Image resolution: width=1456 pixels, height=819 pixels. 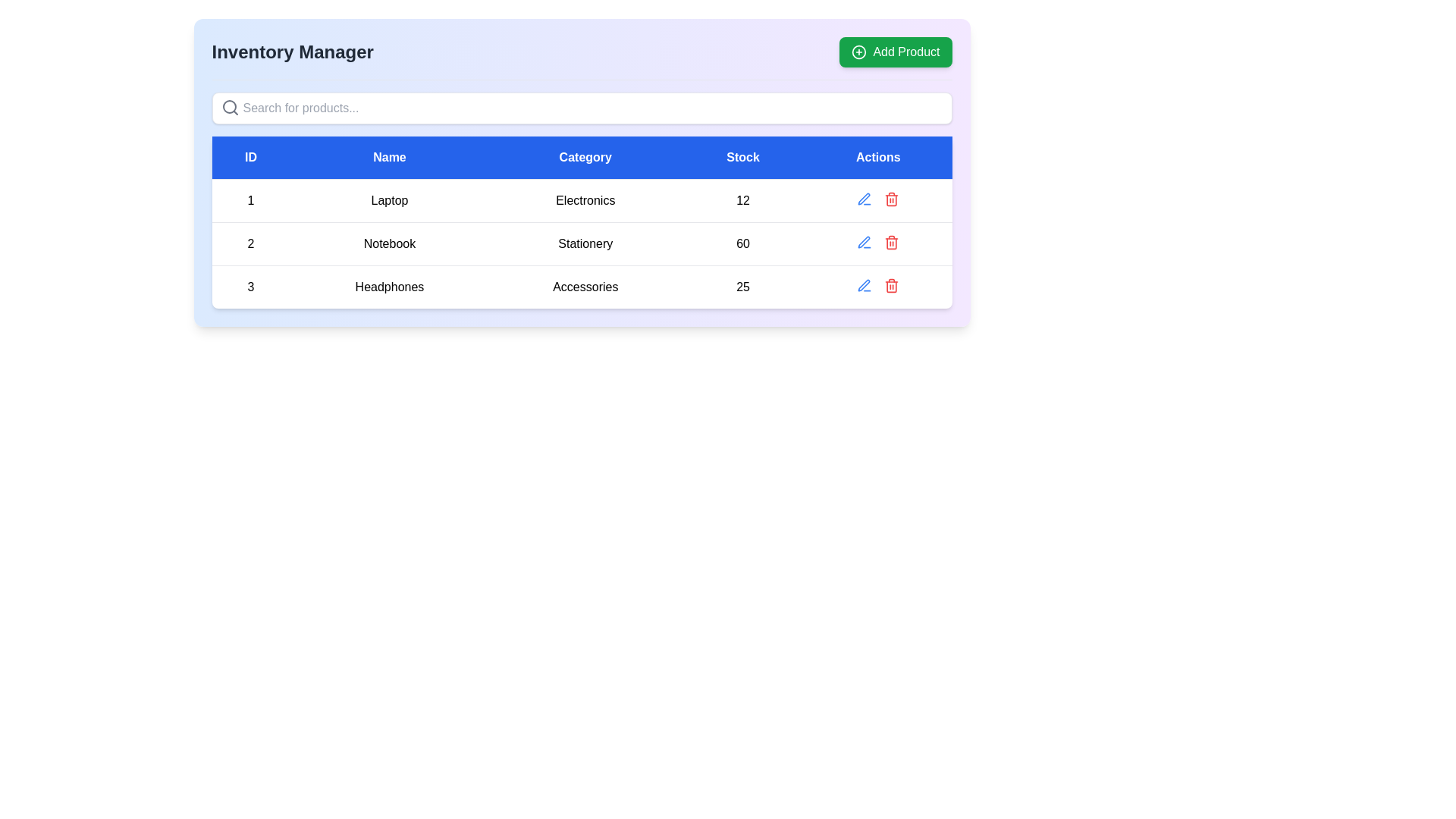 I want to click on the 'Stationery' text label located in the 'Category' column of the second row of the table, so click(x=585, y=243).